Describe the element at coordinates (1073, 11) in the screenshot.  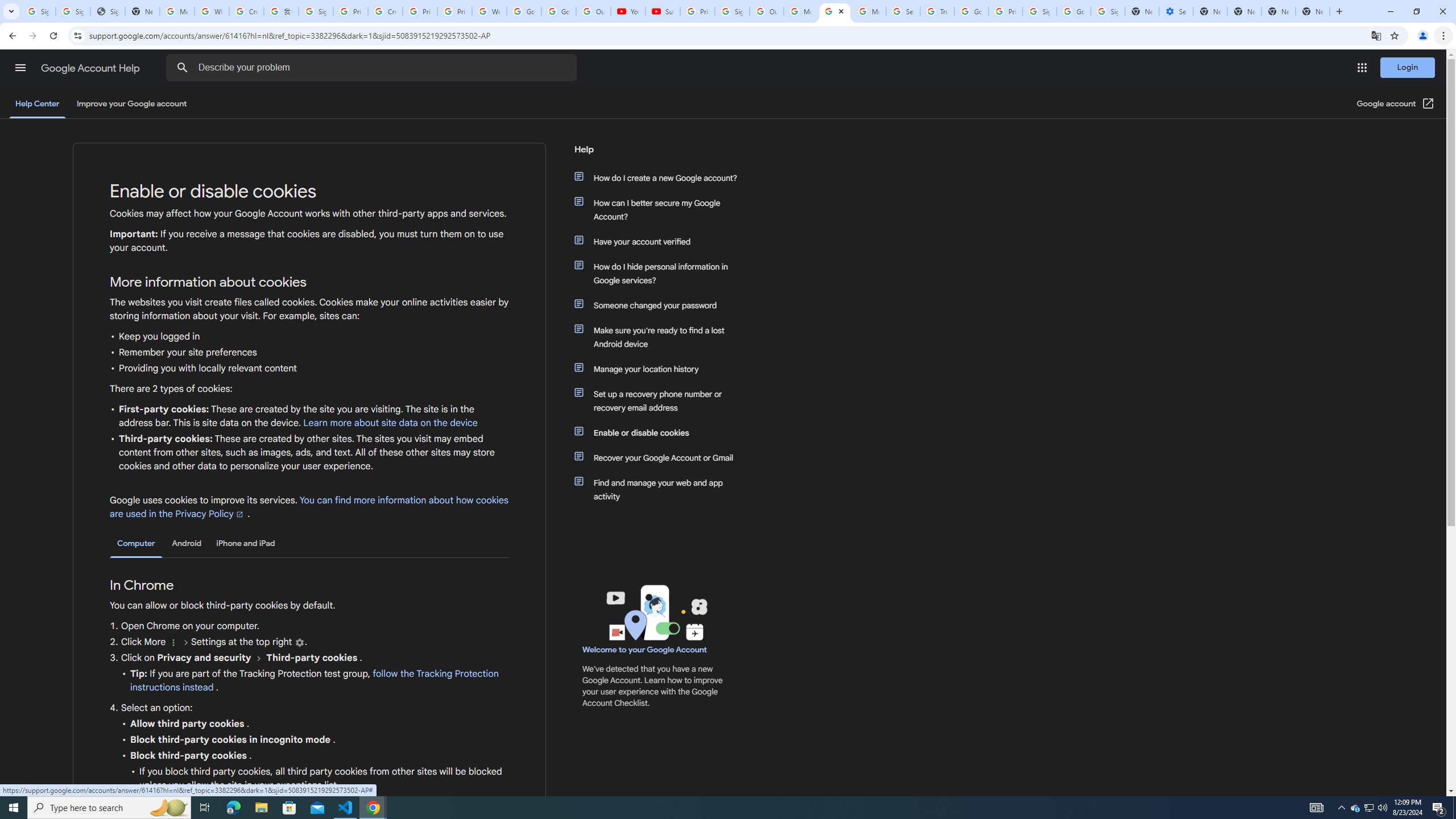
I see `'Google Cybersecurity Innovations - Google Safety Center'` at that location.